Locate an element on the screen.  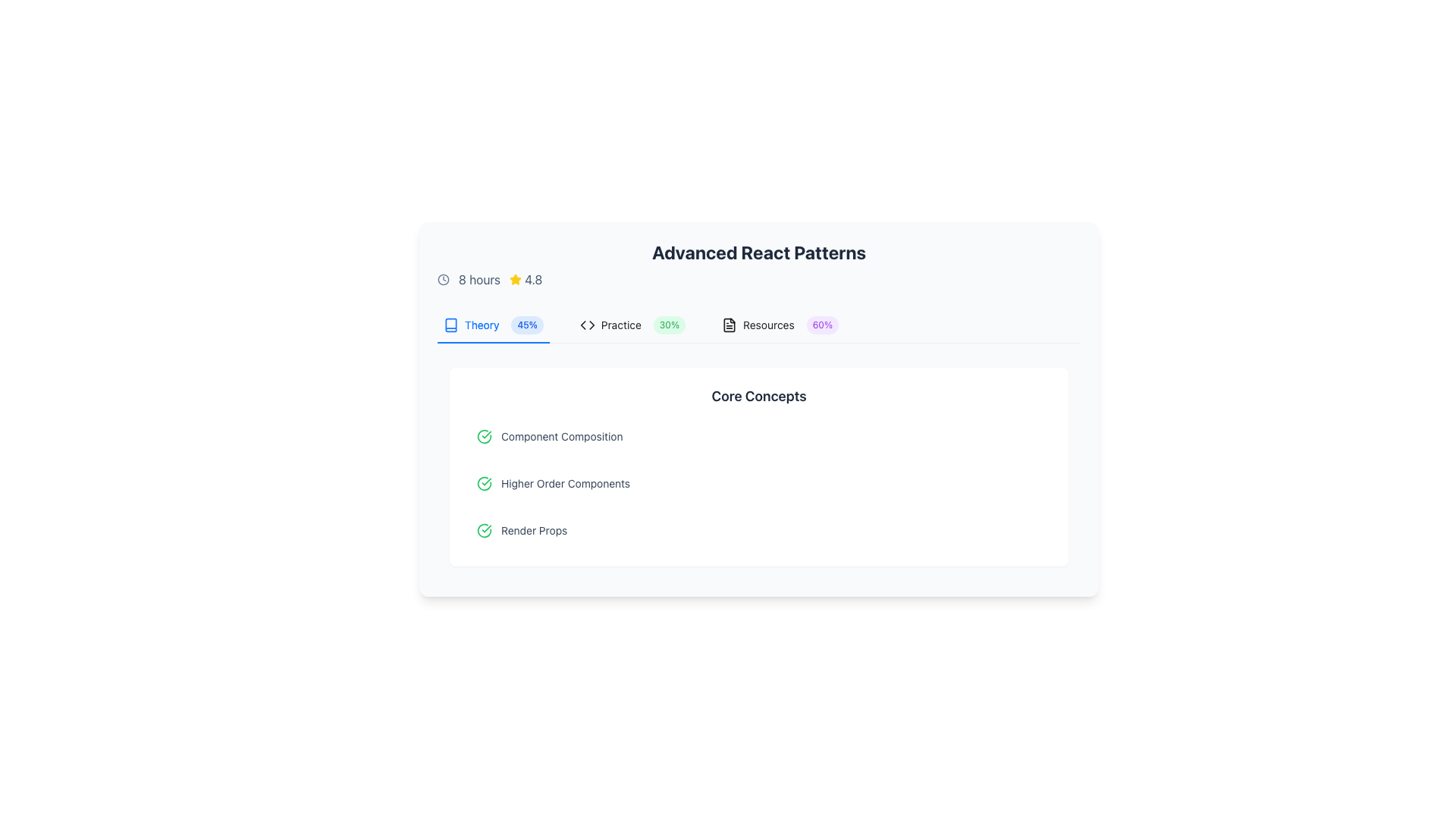
the circular green checkmark icon indicating success, located to the left of the 'Render Props' text is located at coordinates (483, 529).